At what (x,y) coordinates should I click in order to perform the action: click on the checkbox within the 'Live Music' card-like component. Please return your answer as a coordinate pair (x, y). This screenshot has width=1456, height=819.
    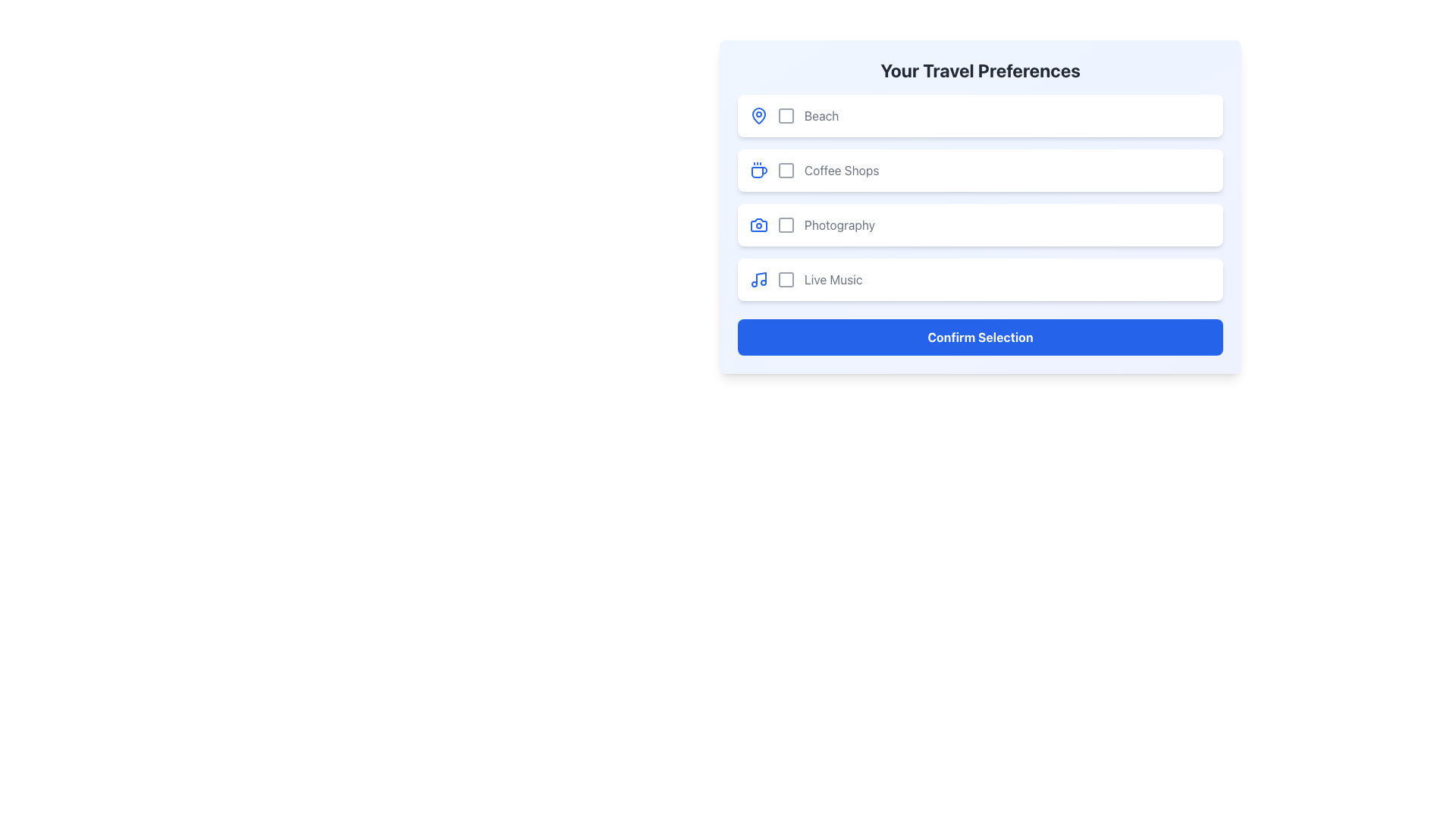
    Looking at the image, I should click on (980, 280).